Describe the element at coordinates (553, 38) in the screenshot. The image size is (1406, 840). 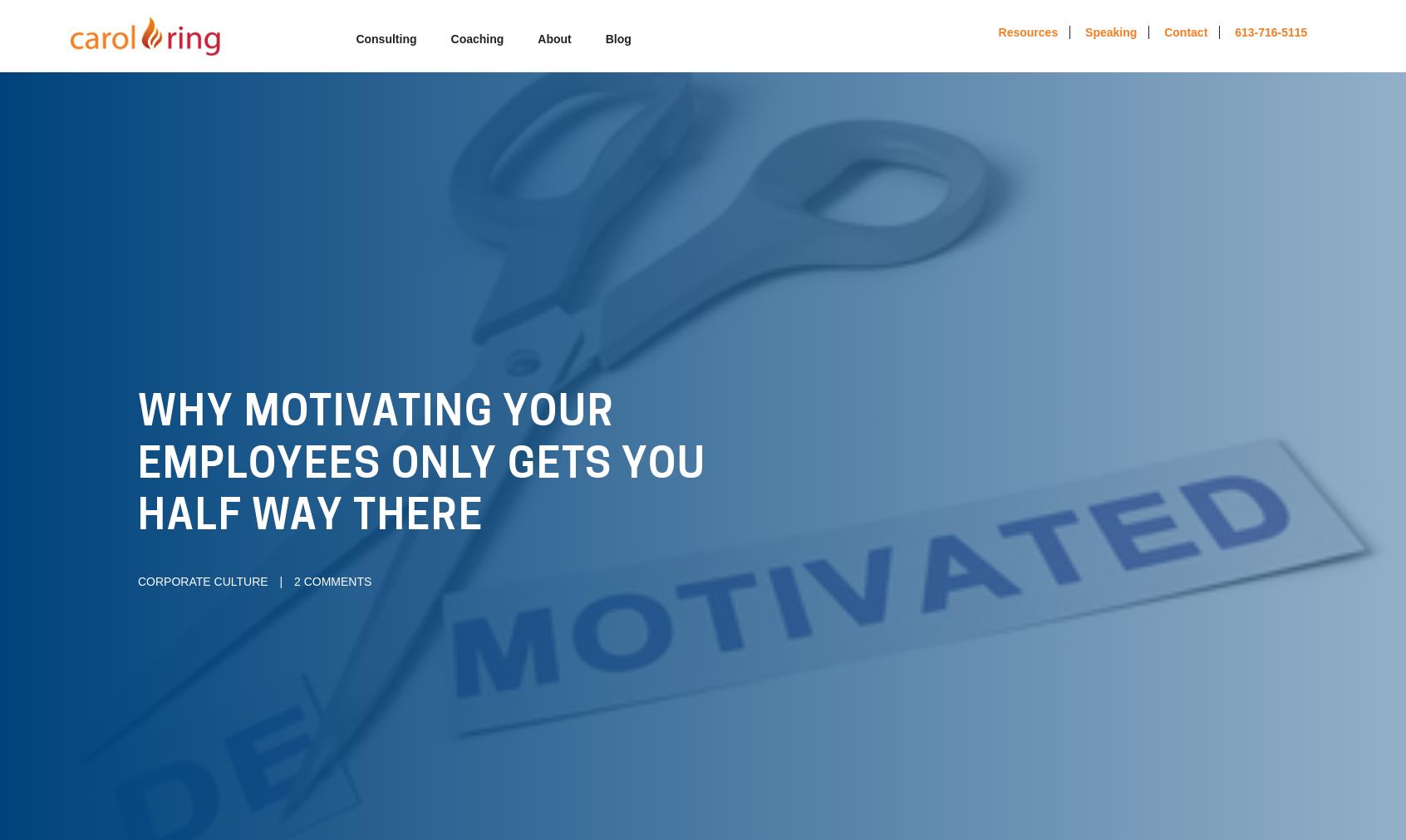
I see `'About'` at that location.